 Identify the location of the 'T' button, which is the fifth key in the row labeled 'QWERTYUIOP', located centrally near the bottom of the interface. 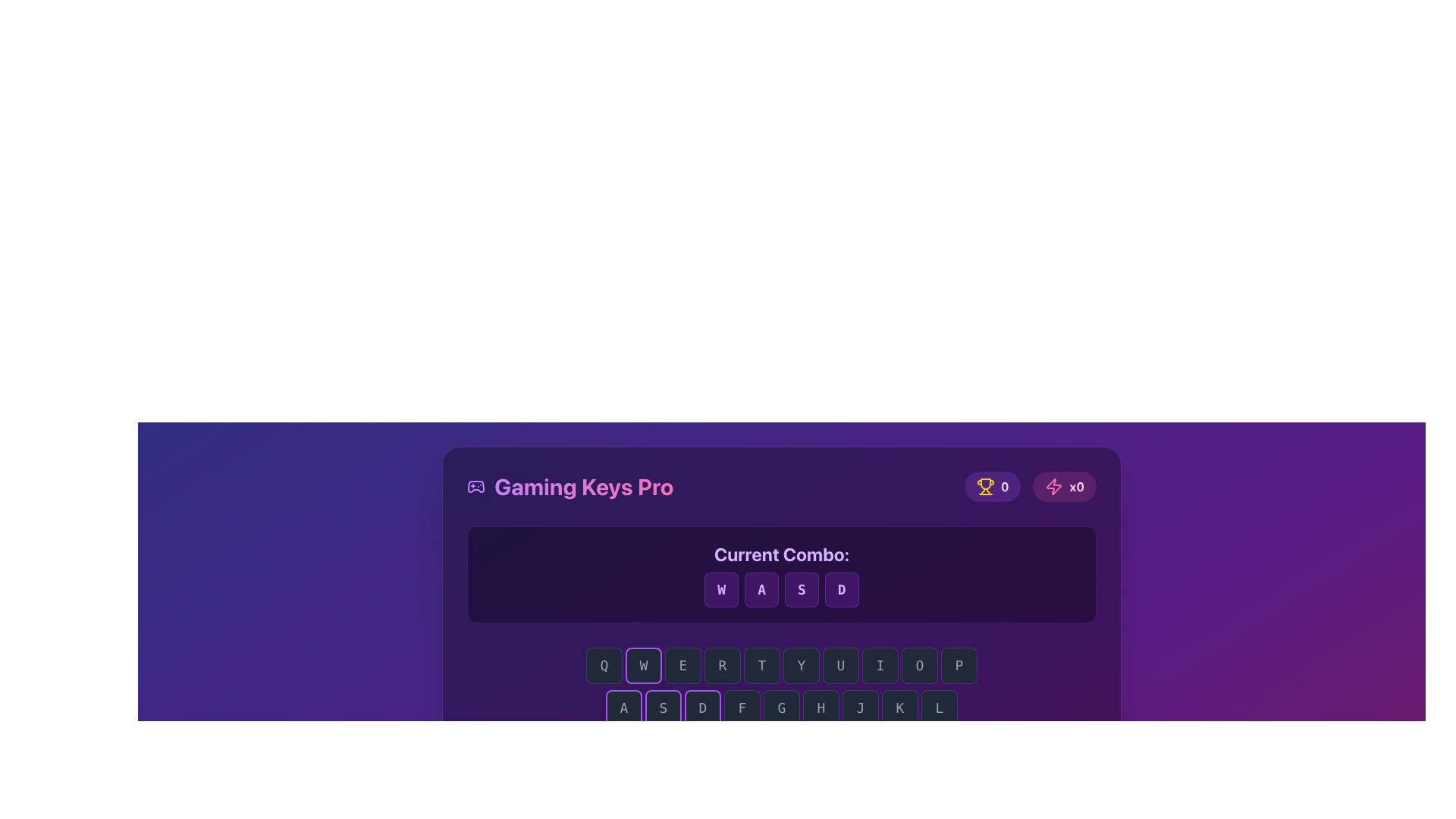
(761, 665).